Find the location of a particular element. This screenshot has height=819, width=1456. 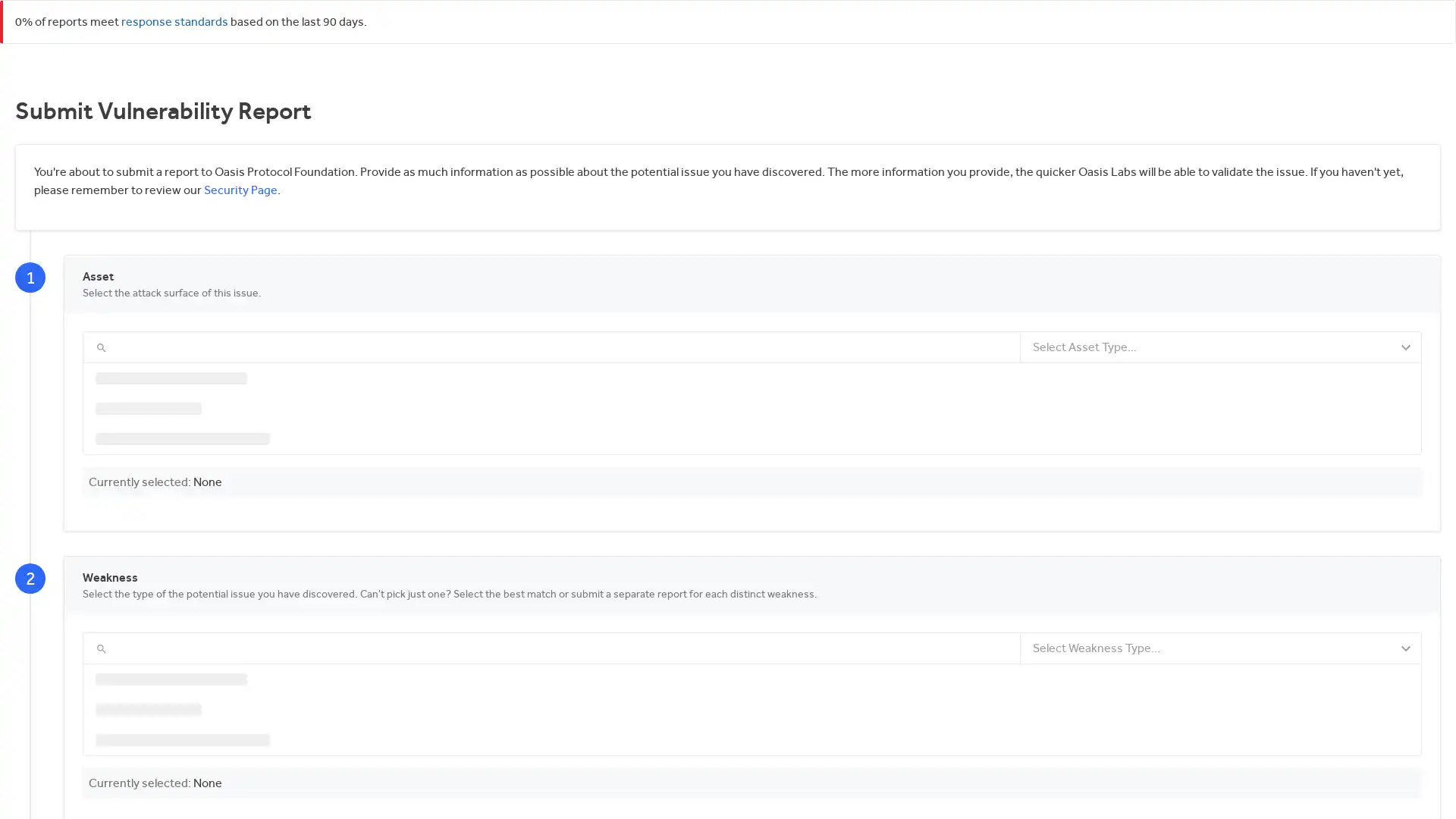

https://github.com/oasisprotocol/ed25519 Source codeCriticalEligible for bounty is located at coordinates (752, 512).